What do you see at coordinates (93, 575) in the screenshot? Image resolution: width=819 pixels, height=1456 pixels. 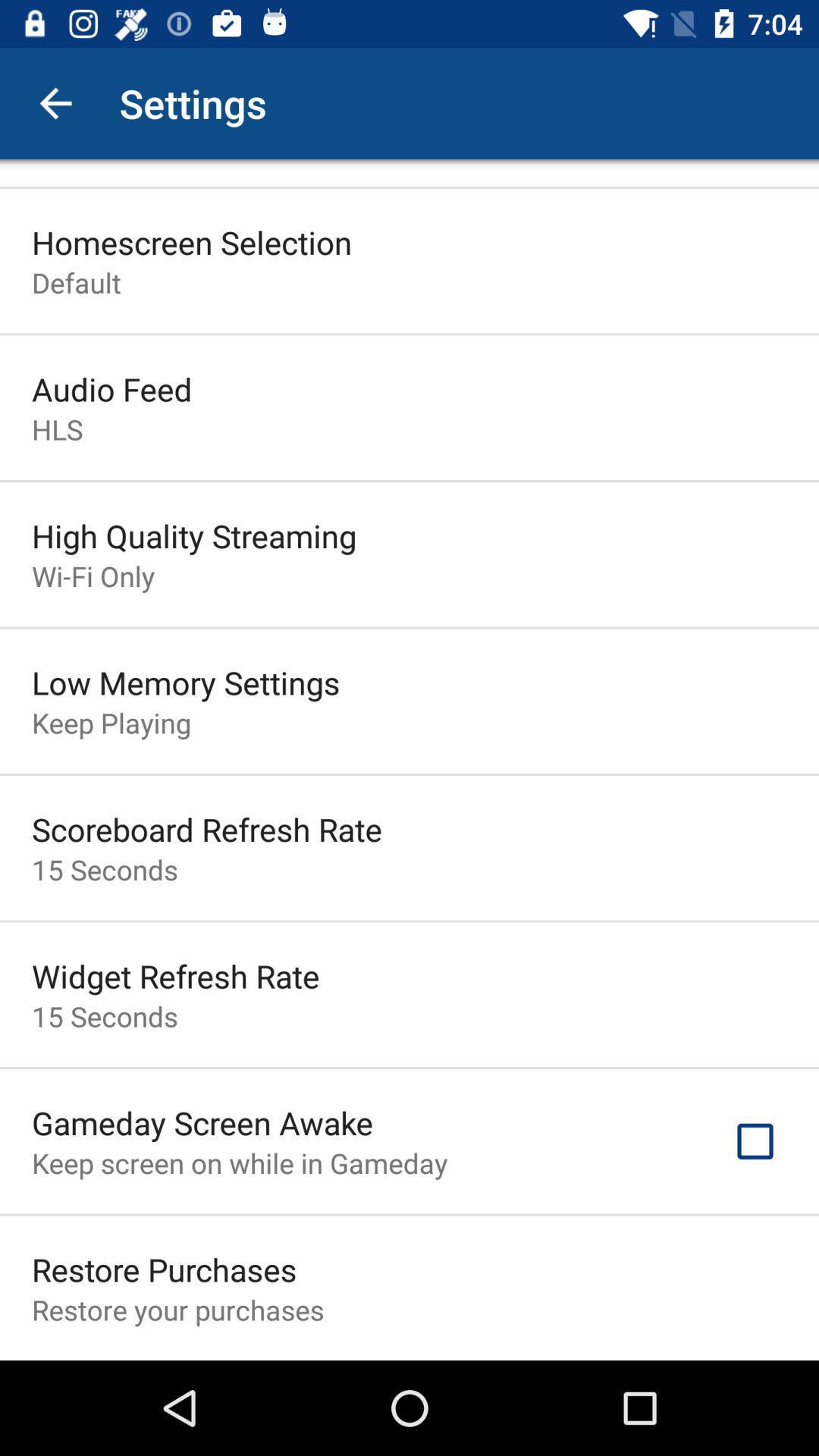 I see `the item above the low memory settings` at bounding box center [93, 575].